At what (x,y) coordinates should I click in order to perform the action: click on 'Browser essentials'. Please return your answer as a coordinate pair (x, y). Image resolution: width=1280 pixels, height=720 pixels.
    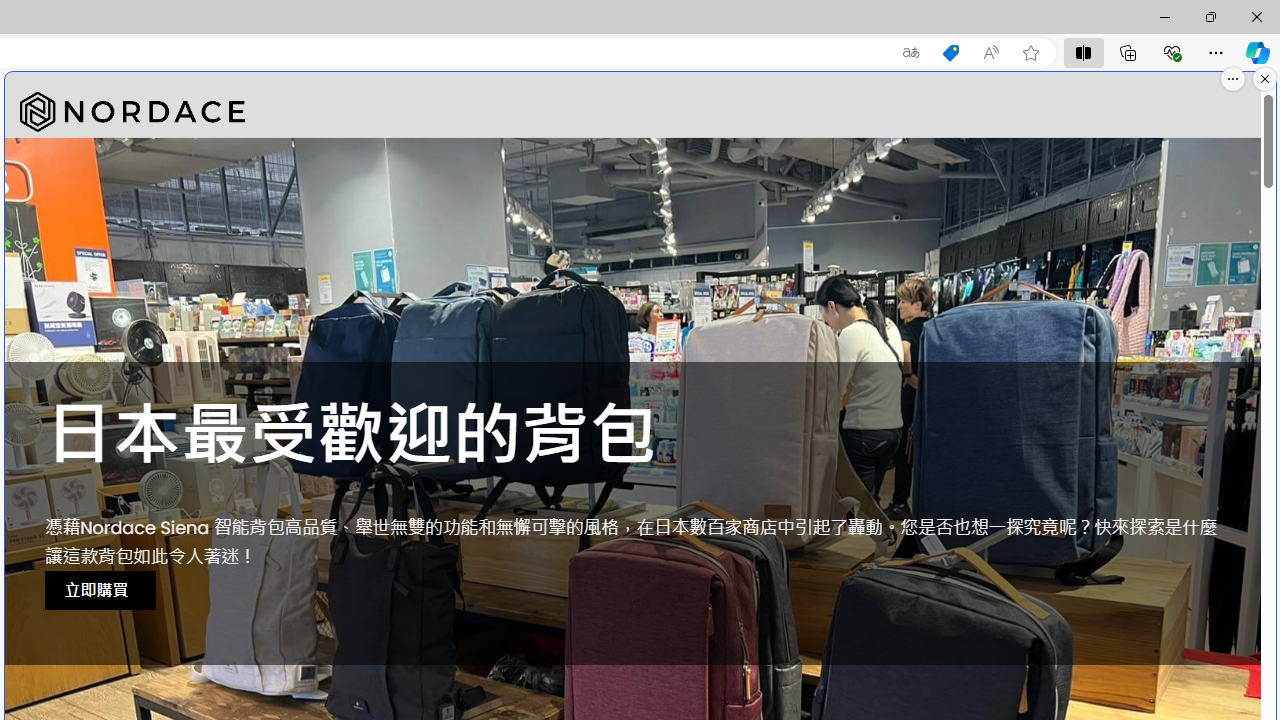
    Looking at the image, I should click on (1171, 51).